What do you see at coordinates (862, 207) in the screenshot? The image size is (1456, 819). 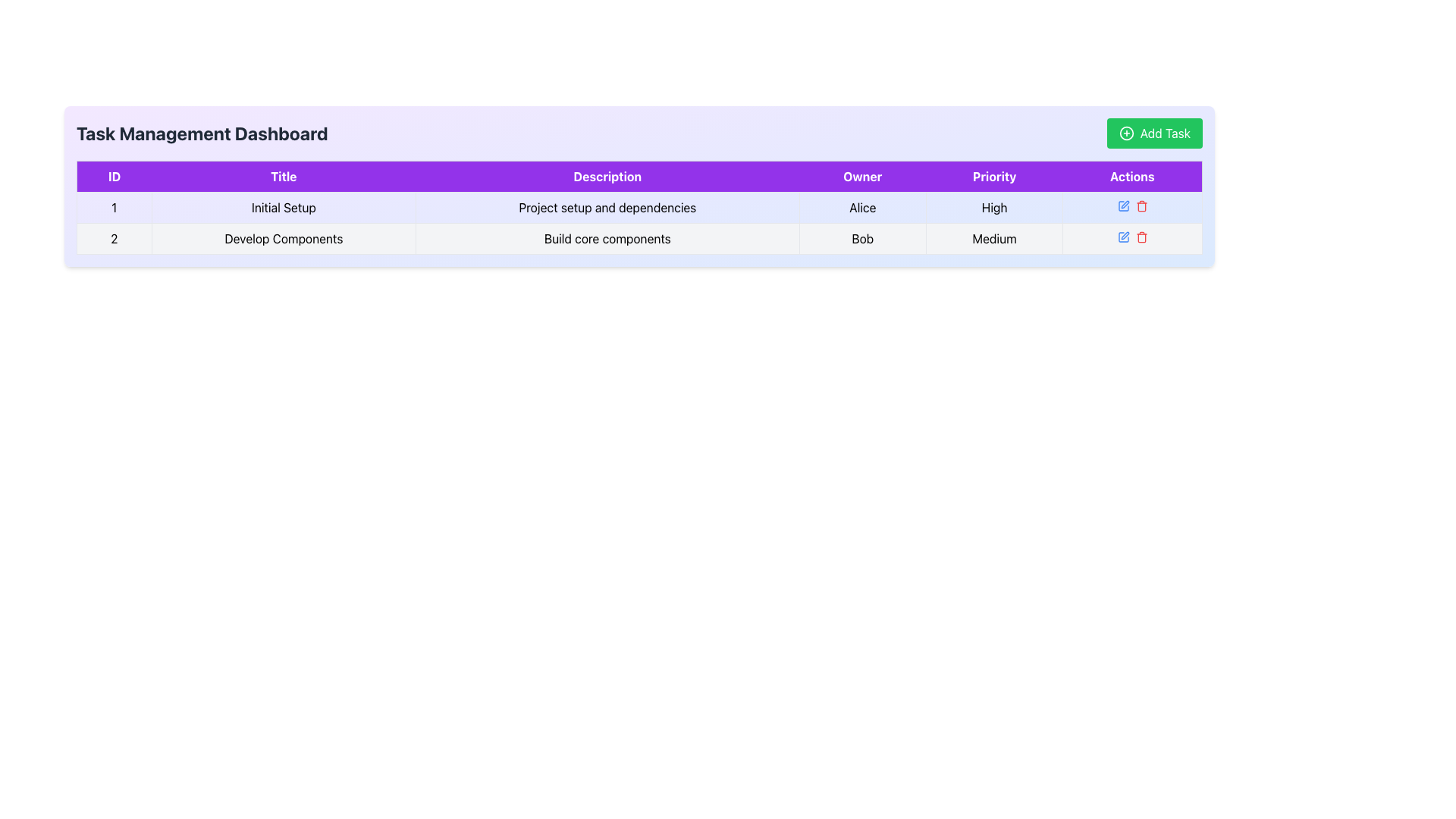 I see `text content of the text cell displaying 'Alice' in the fourth column of the first row of the table under the 'Owner' header` at bounding box center [862, 207].